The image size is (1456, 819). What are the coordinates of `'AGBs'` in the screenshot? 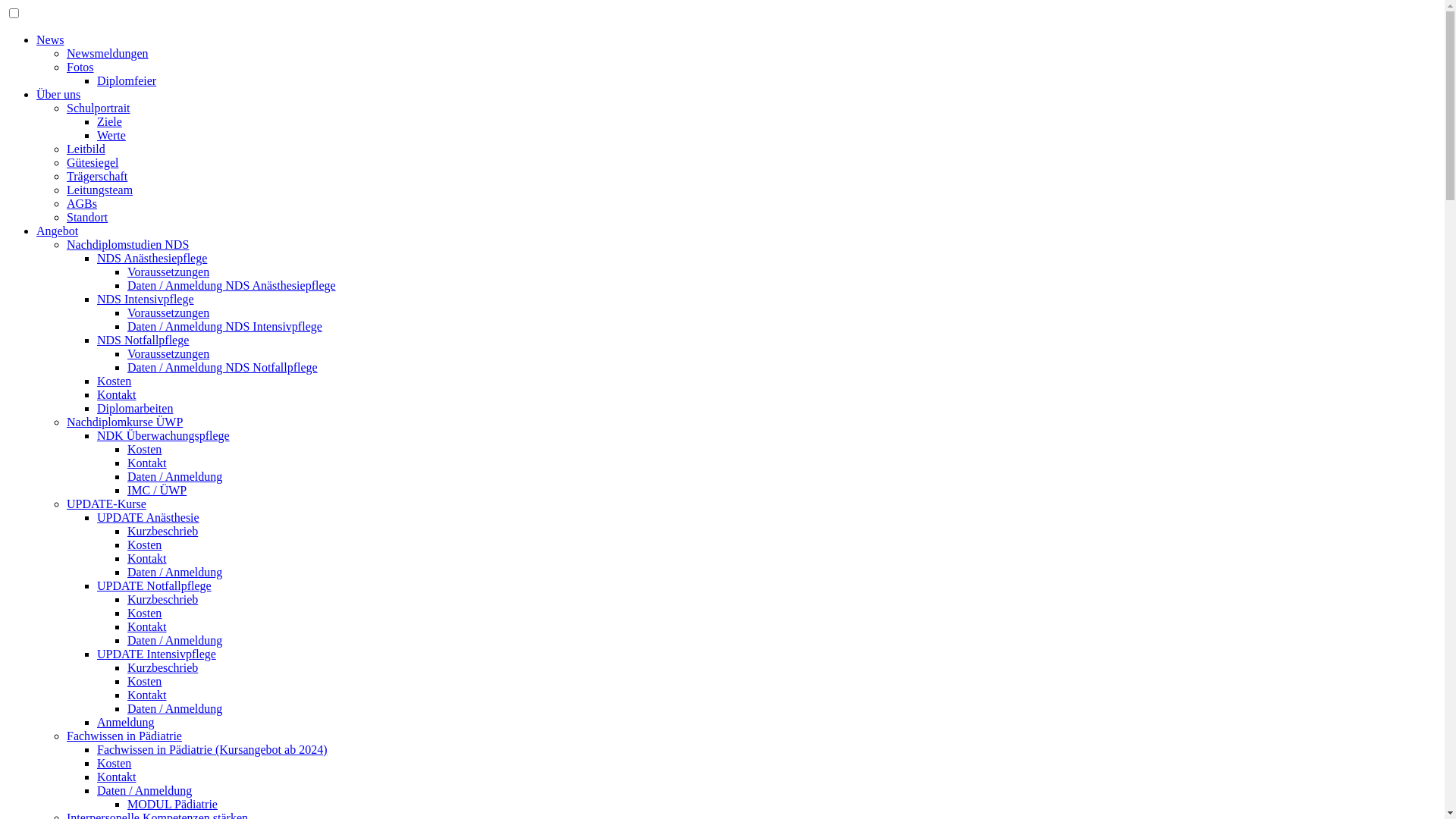 It's located at (80, 202).